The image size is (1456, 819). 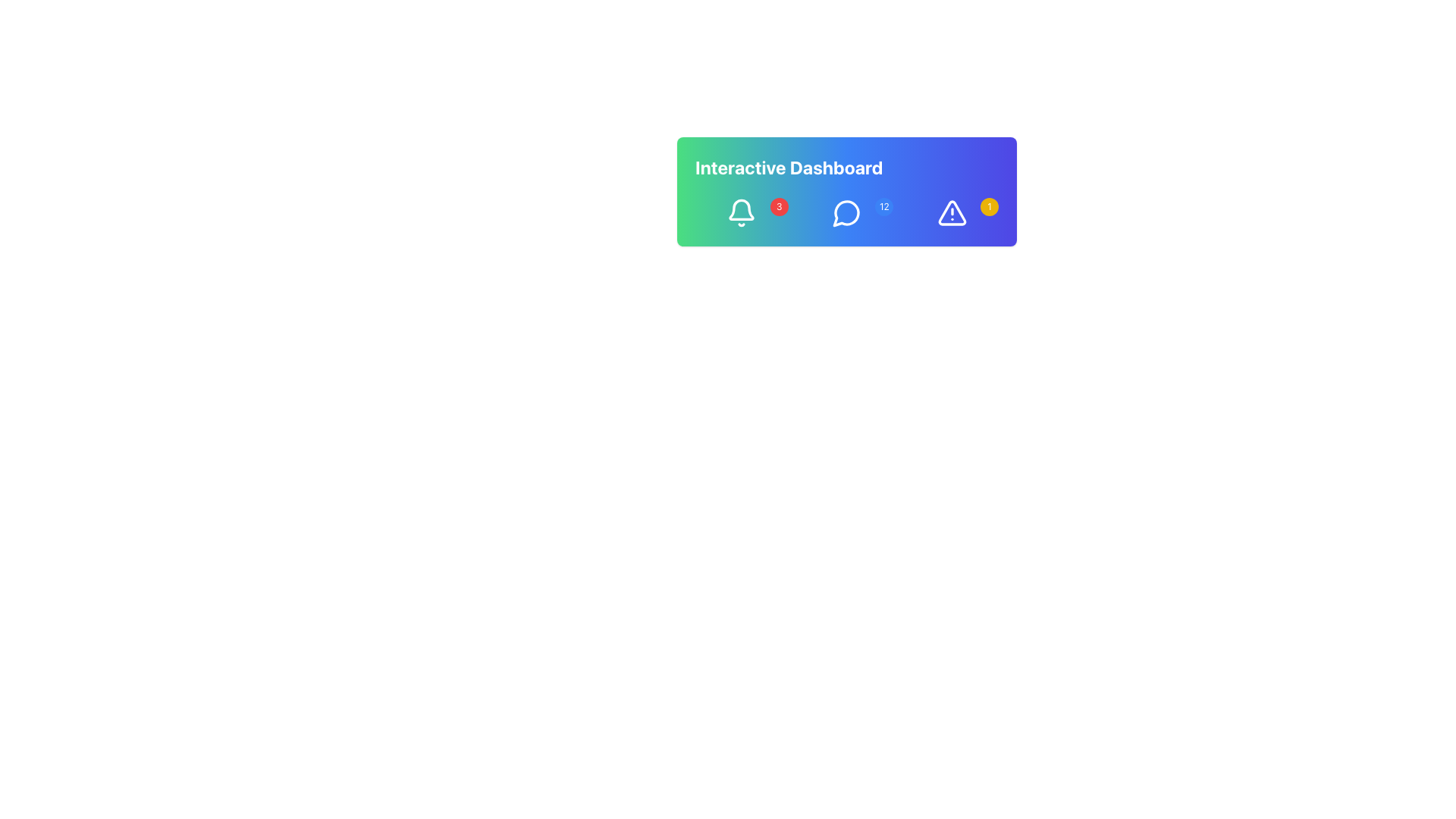 What do you see at coordinates (846, 213) in the screenshot?
I see `the second icon from the left in the header section of the interactive dashboard` at bounding box center [846, 213].